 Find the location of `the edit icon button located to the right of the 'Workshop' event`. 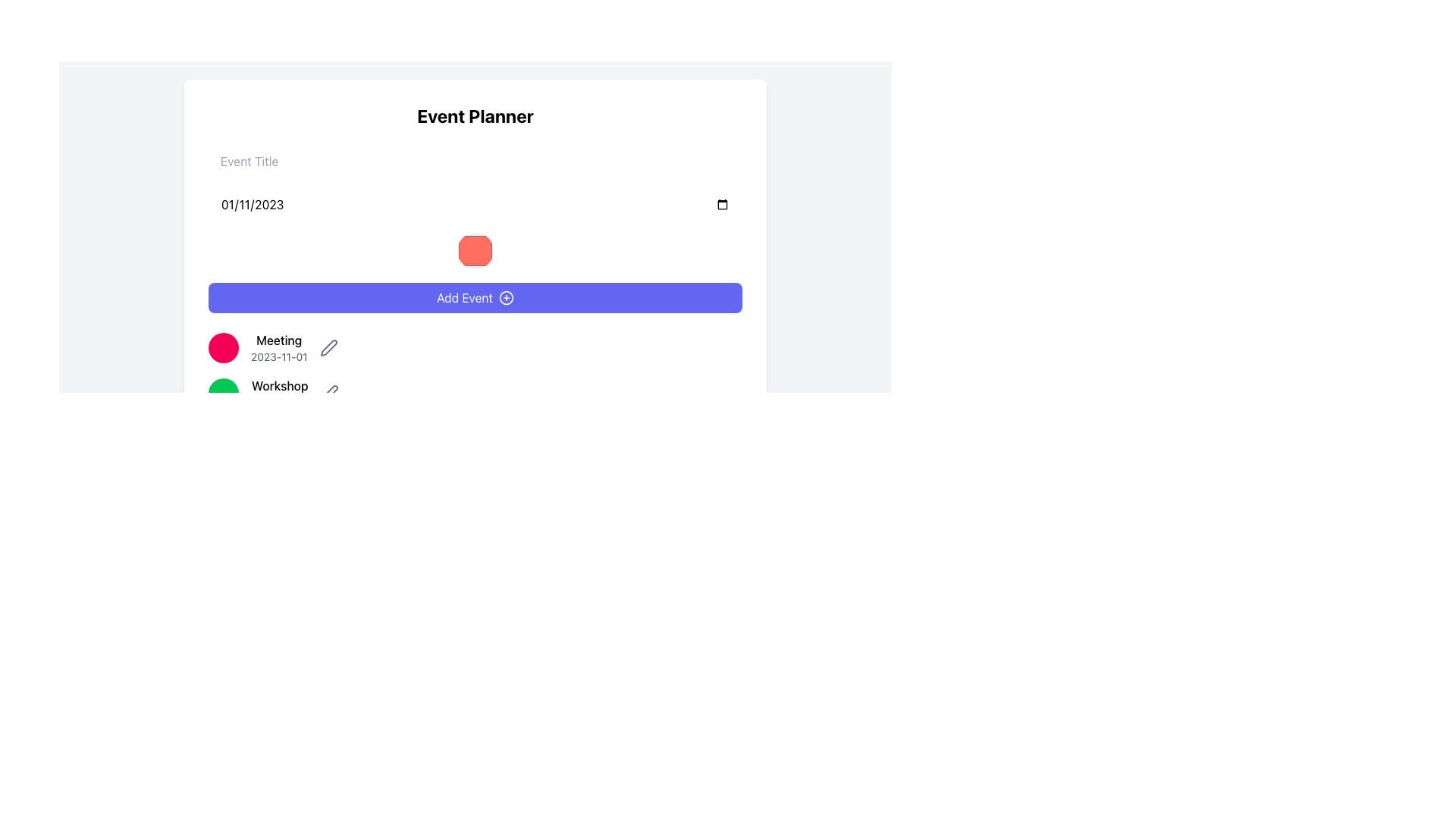

the edit icon button located to the right of the 'Workshop' event is located at coordinates (329, 393).